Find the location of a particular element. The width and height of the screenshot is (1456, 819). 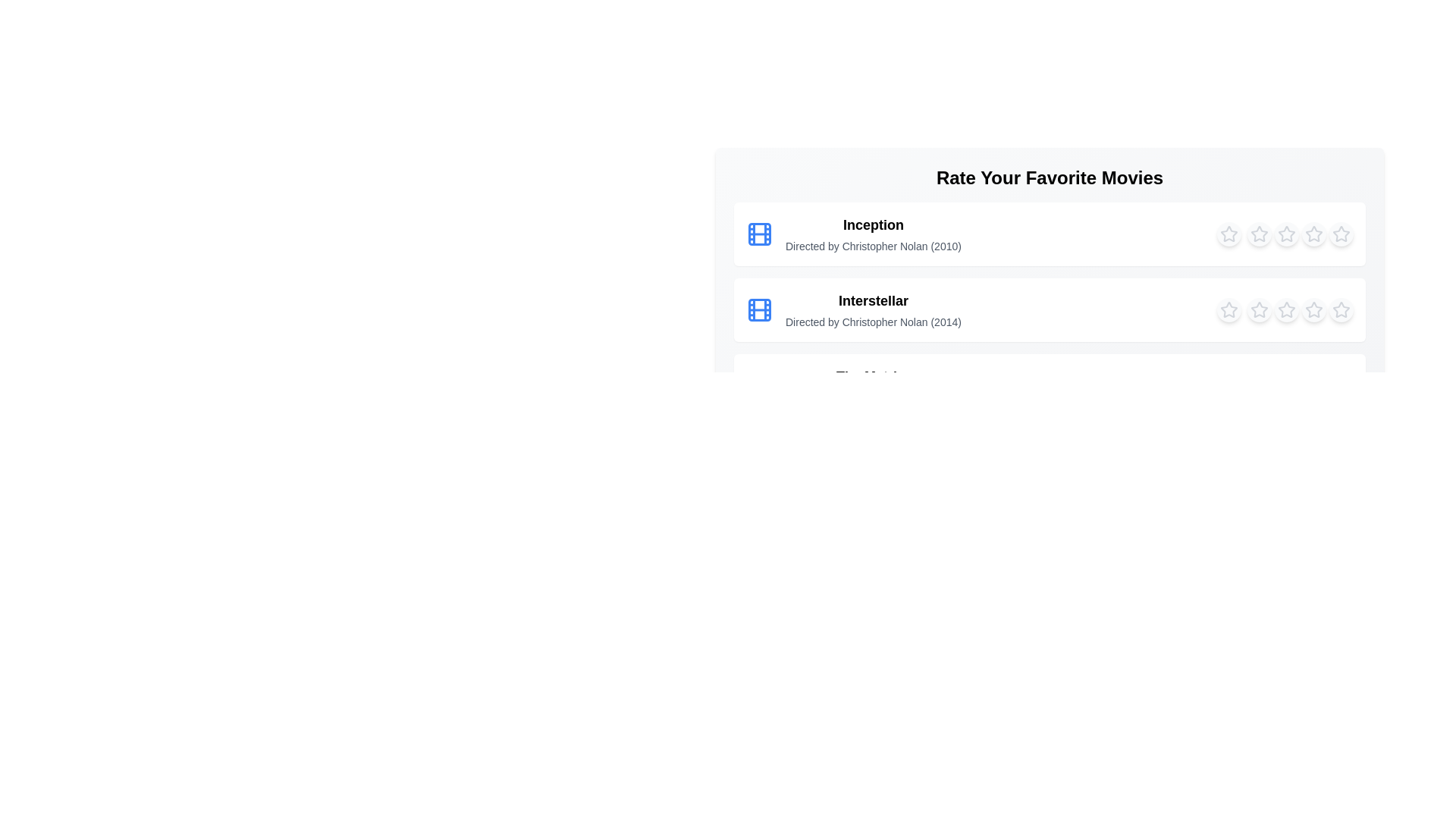

the 5 star to highlight it is located at coordinates (1341, 234).